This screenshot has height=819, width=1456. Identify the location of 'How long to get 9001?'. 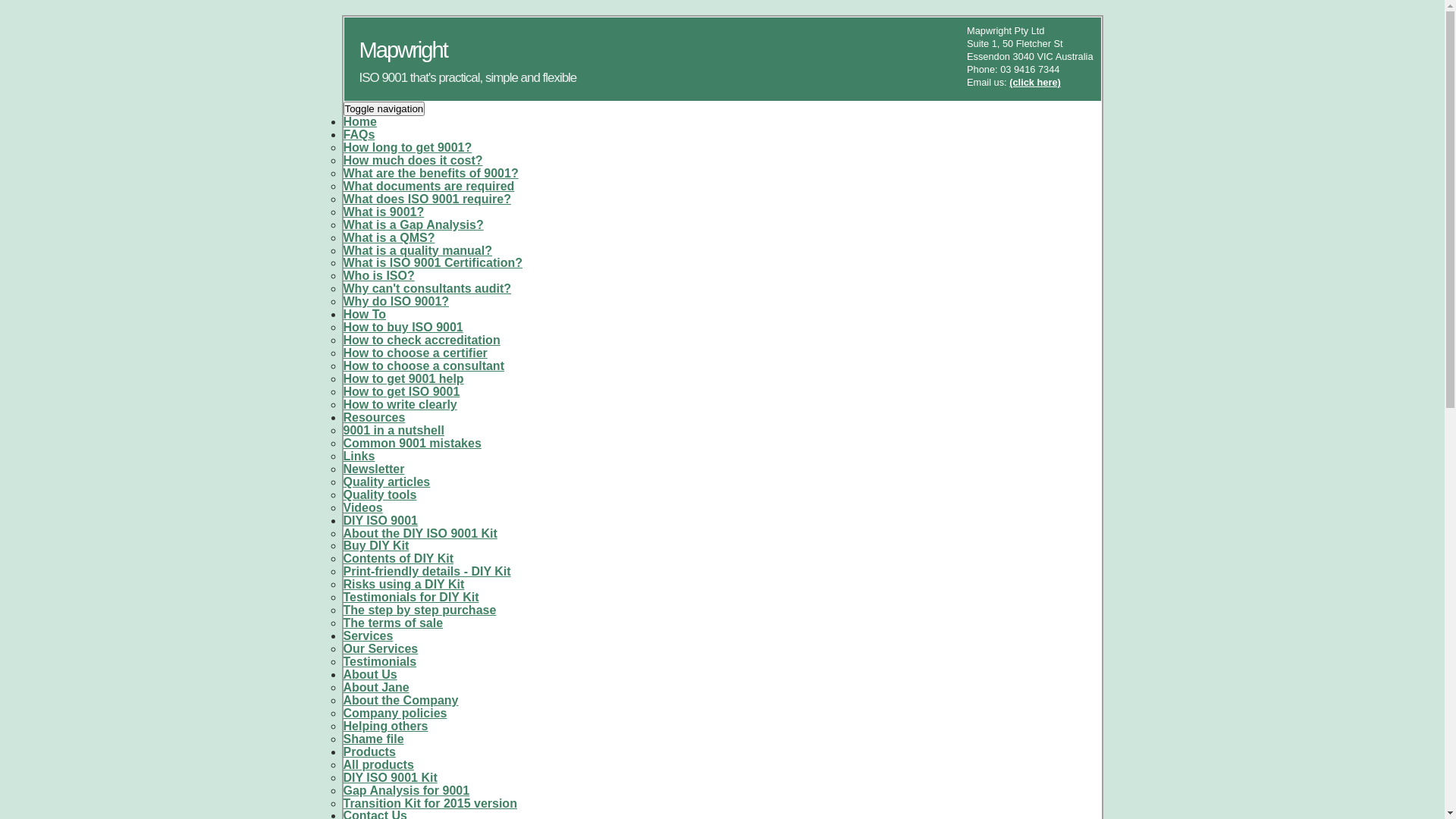
(407, 147).